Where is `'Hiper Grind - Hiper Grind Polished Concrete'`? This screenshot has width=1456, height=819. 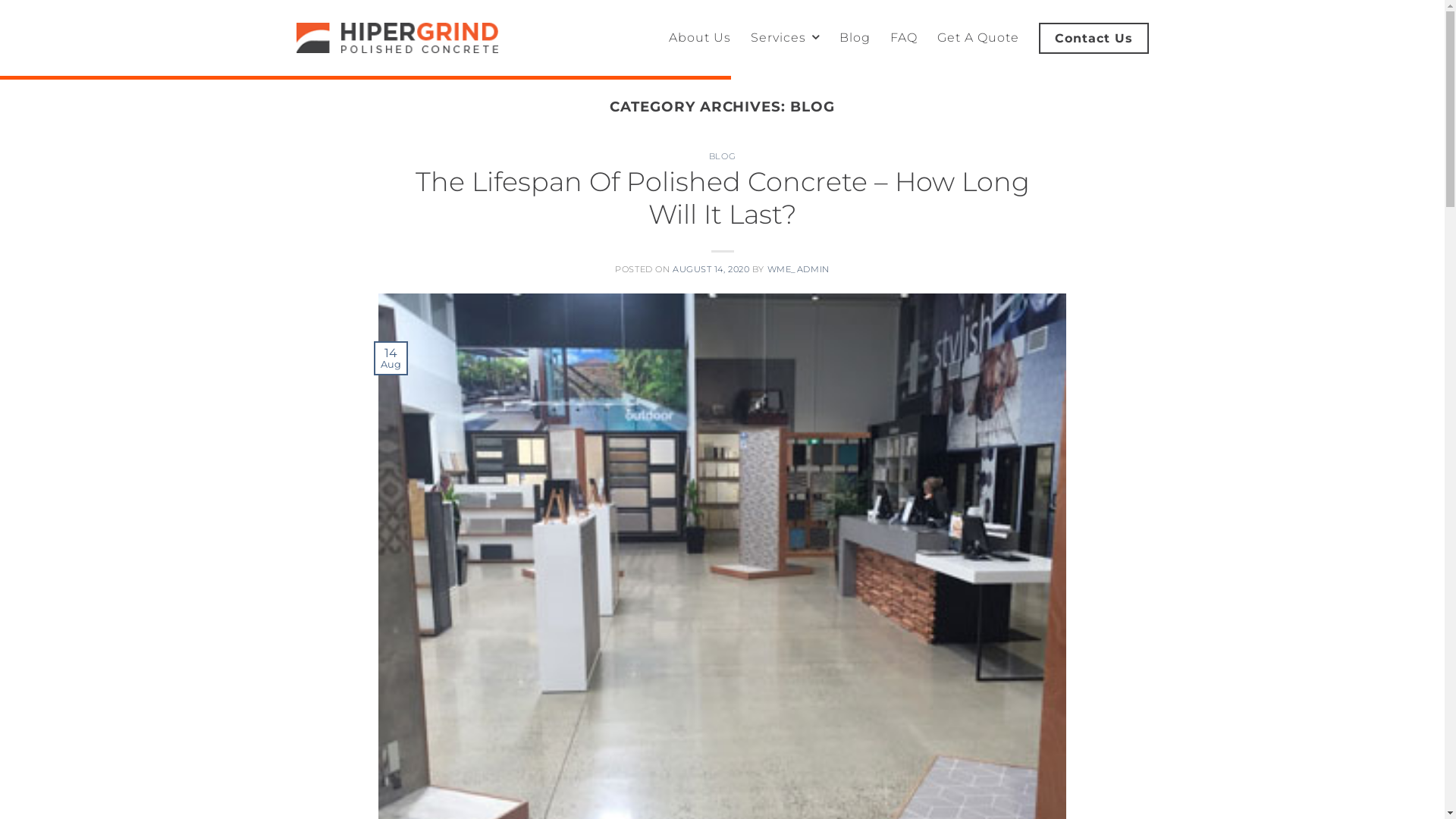
'Hiper Grind - Hiper Grind Polished Concrete' is located at coordinates (397, 37).